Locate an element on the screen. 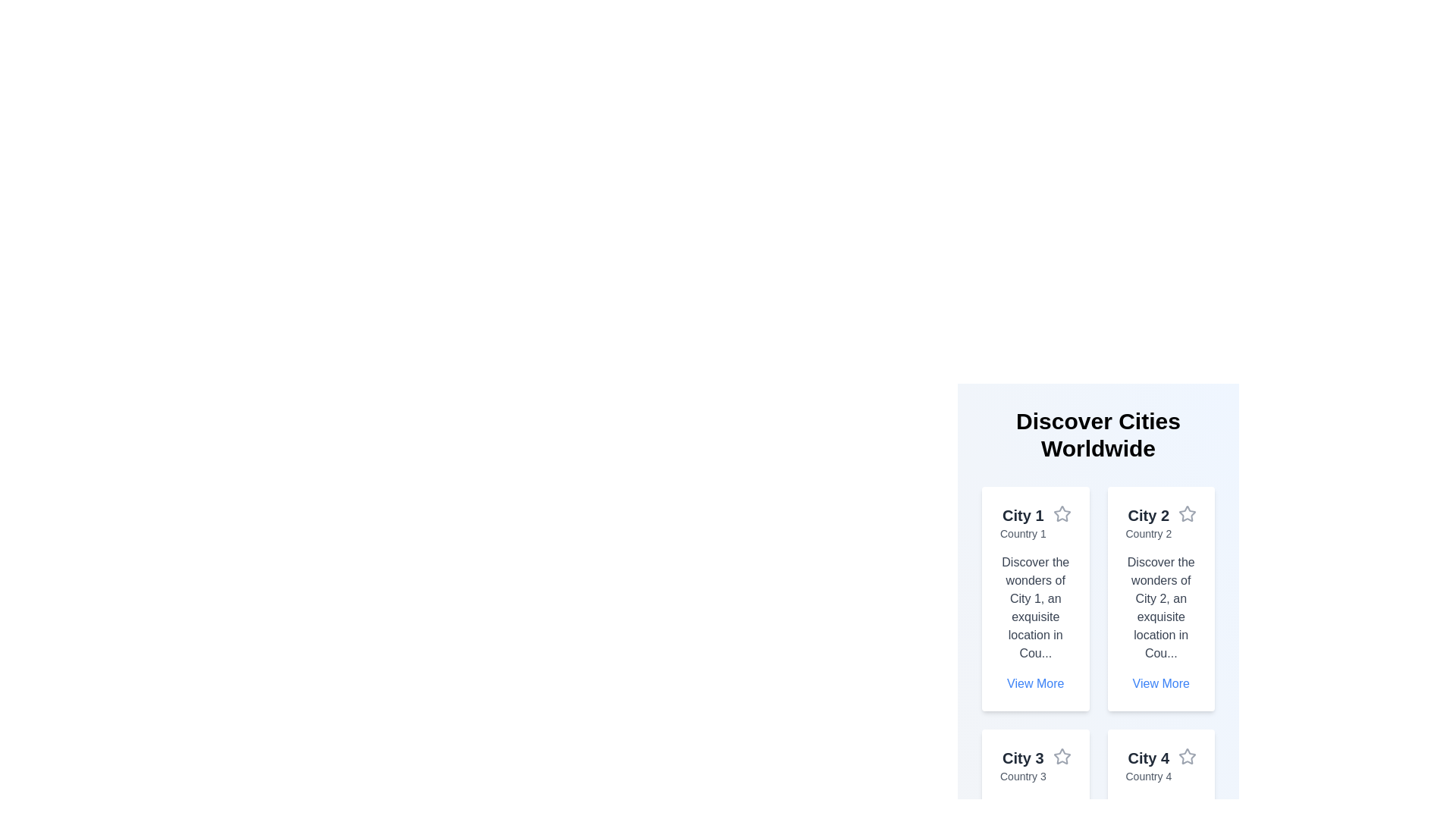  the text label displaying 'Country 4', which is styled in gray and located beneath the 'City 4' title in the card layout is located at coordinates (1148, 776).